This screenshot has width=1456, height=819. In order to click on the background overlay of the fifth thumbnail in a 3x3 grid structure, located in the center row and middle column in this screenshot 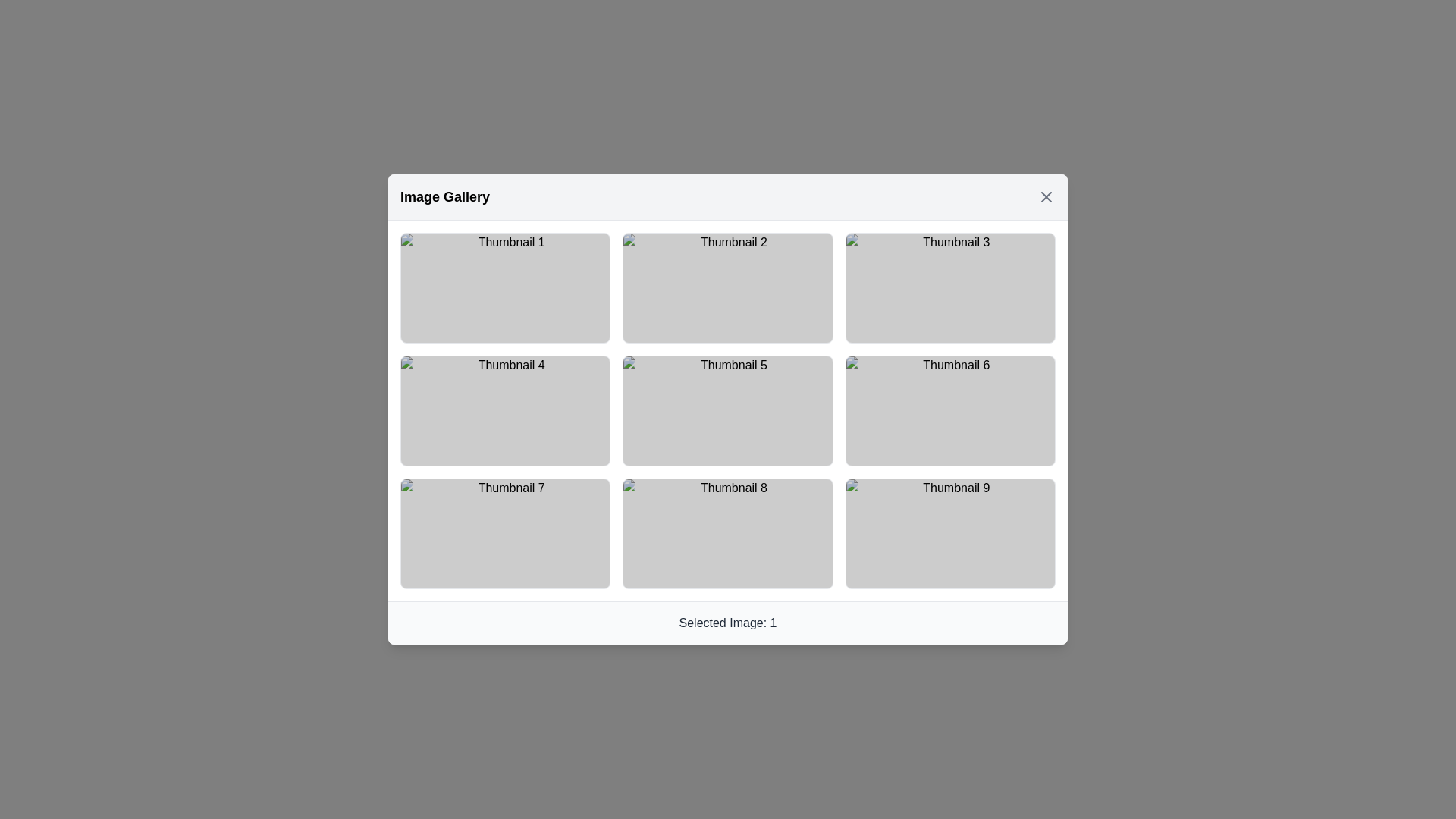, I will do `click(728, 411)`.